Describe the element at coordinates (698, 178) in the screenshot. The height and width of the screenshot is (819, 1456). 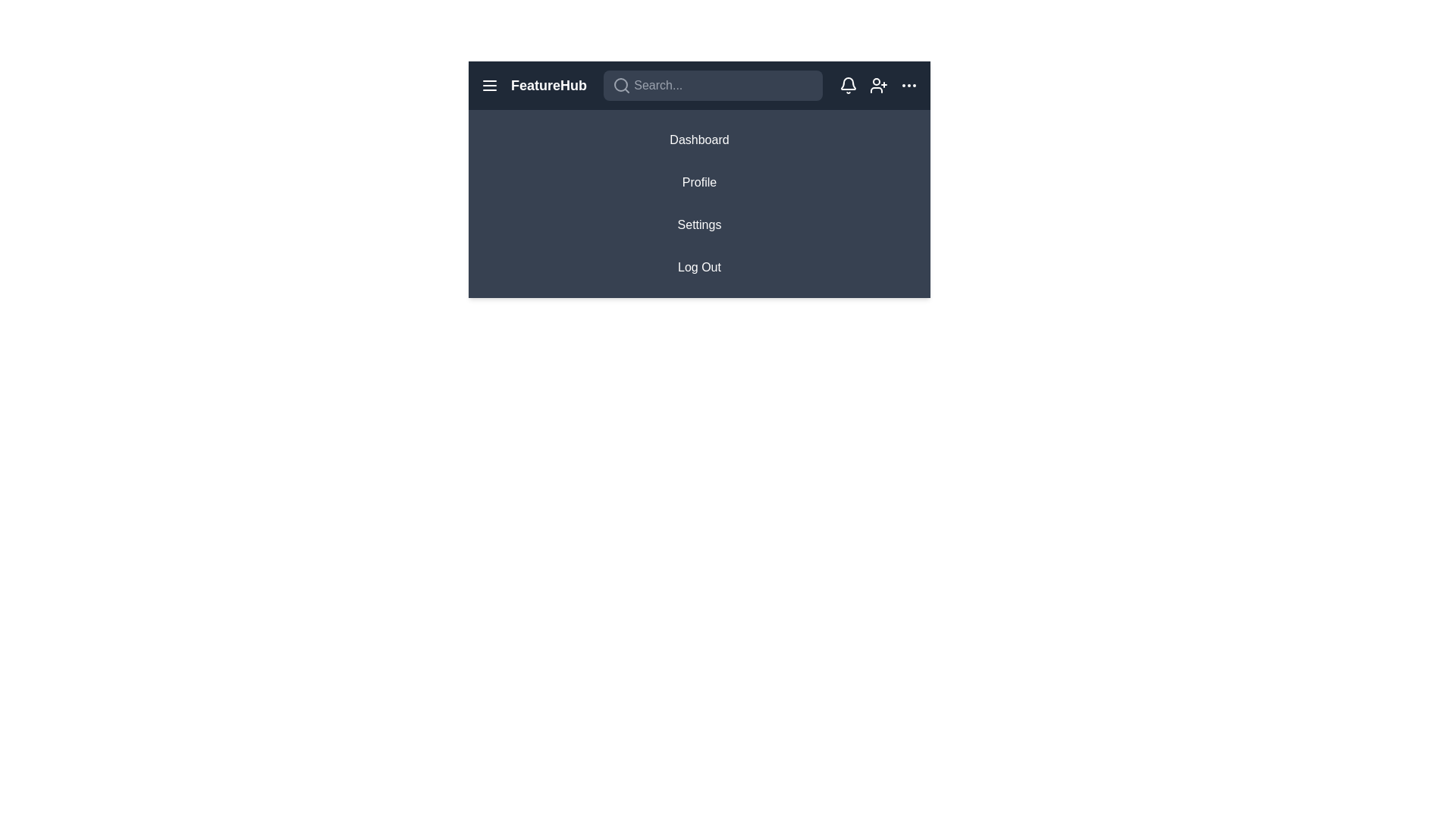
I see `the second item in the vertical list of options, which is the 'Profile' navigation link` at that location.